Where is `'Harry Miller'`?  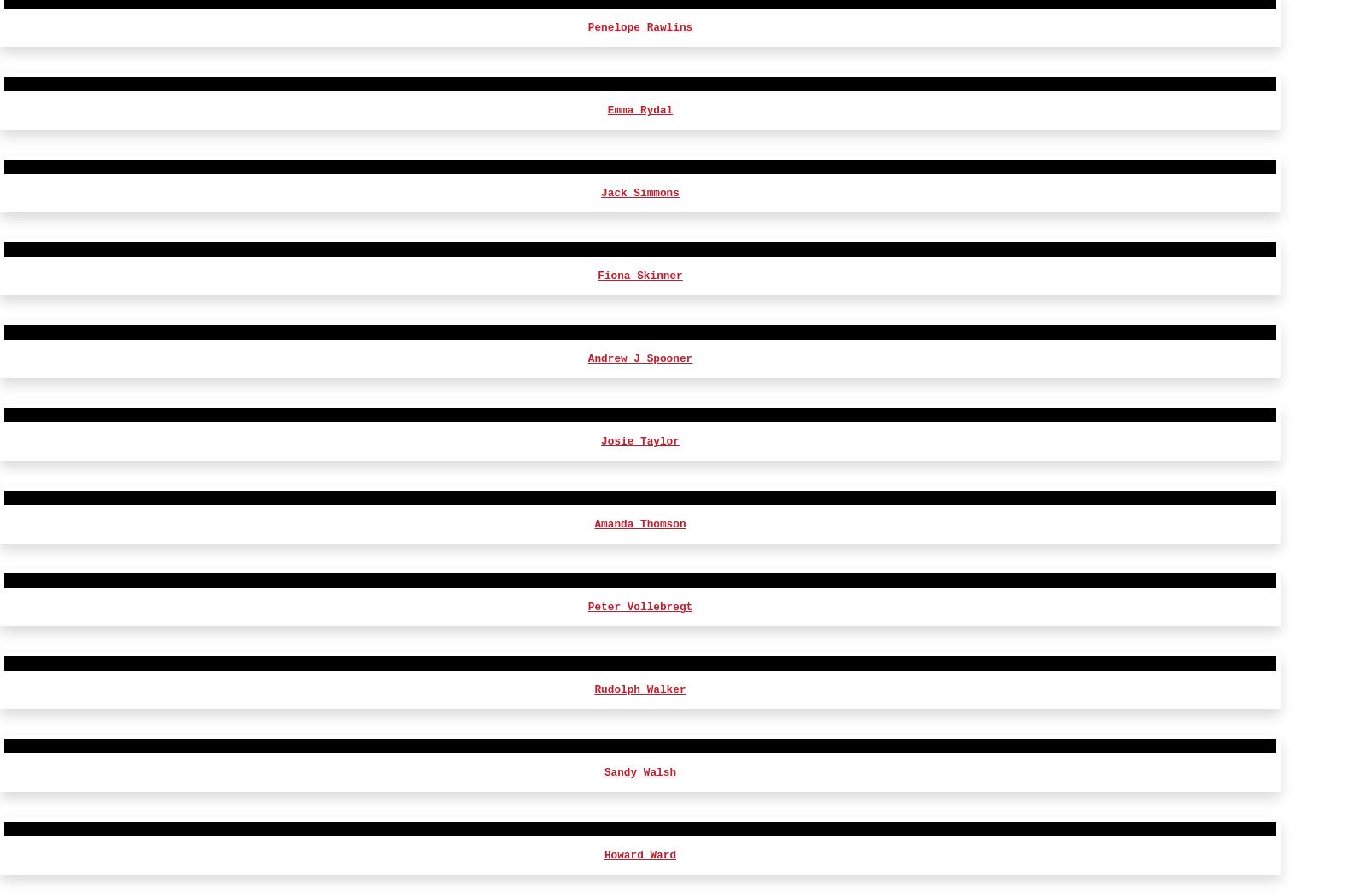
'Harry Miller' is located at coordinates (639, 145).